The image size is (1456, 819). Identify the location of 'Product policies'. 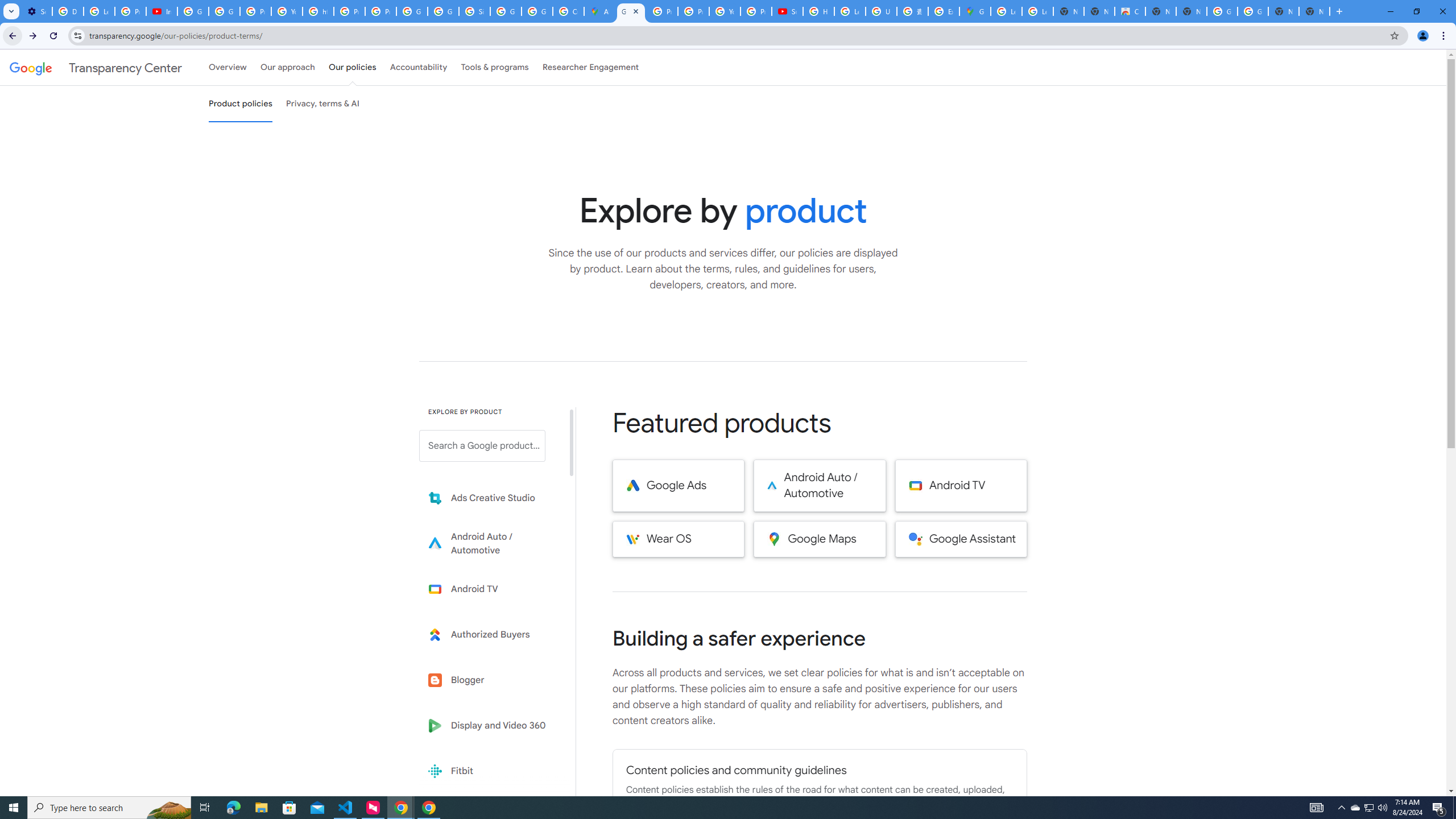
(239, 103).